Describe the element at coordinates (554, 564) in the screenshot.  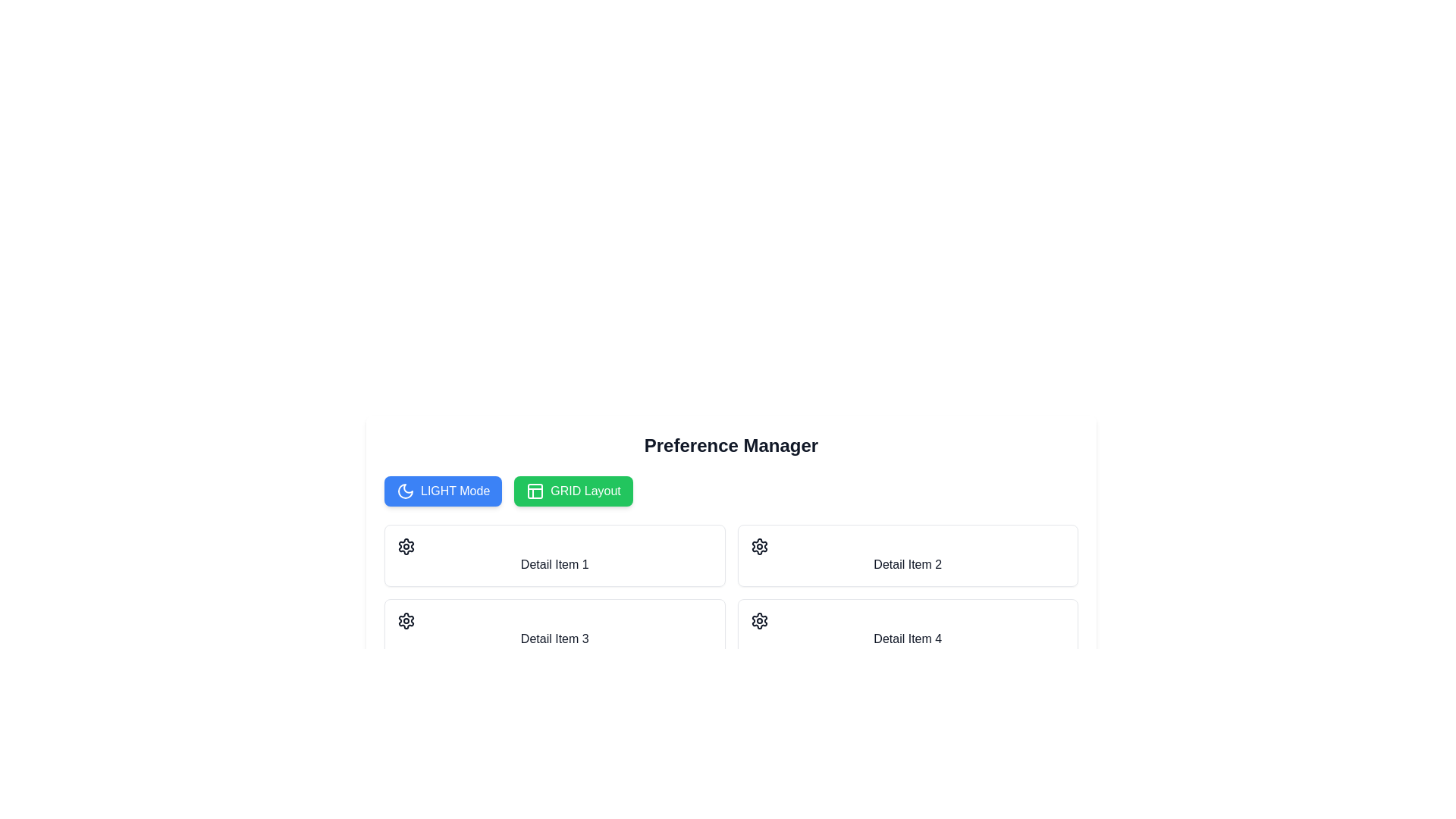
I see `the text label located in the upper-left tile of a 2x2 grid layout, positioned just beneath the header section` at that location.